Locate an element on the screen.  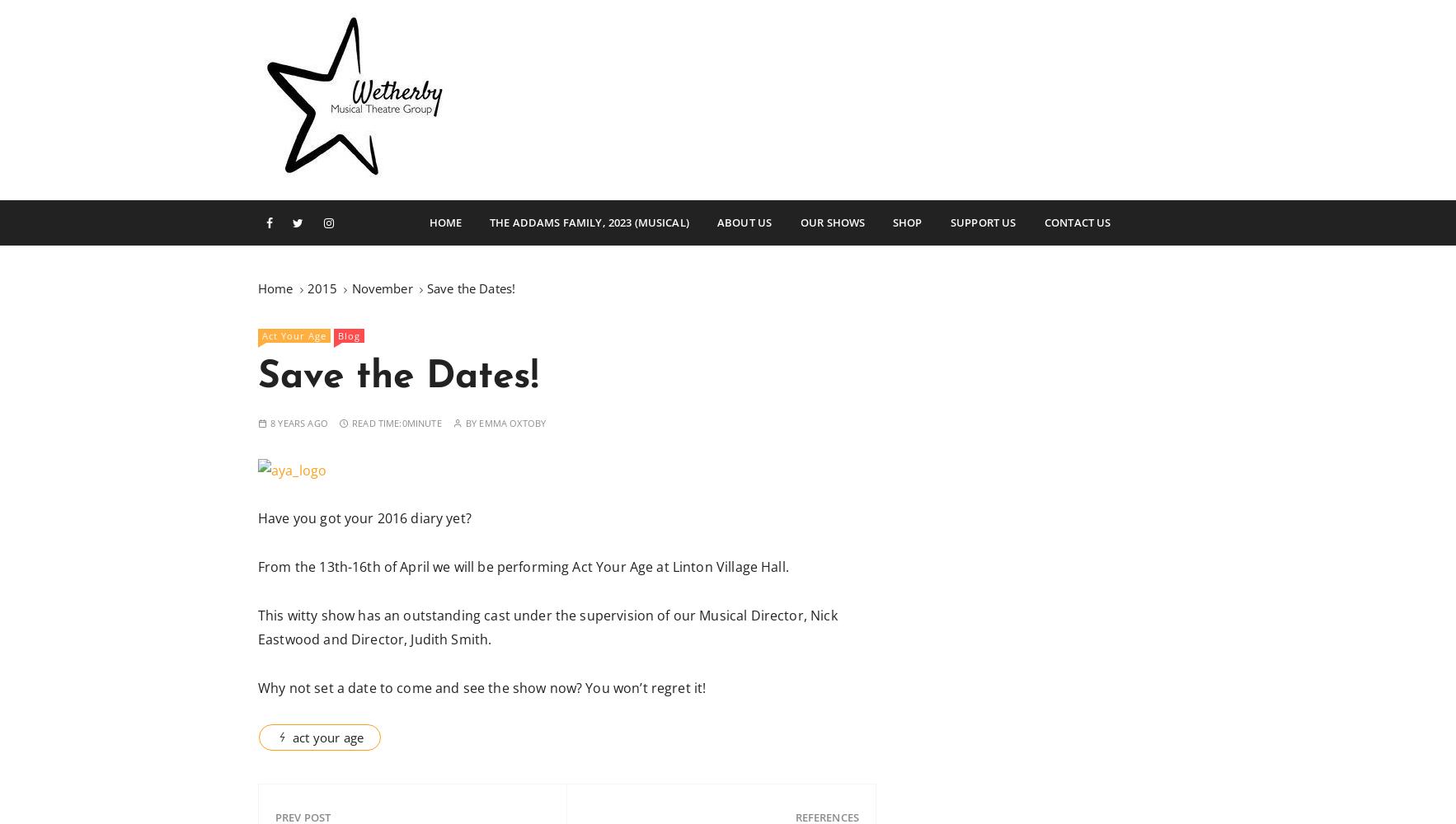
'8 years ago' is located at coordinates (298, 422).